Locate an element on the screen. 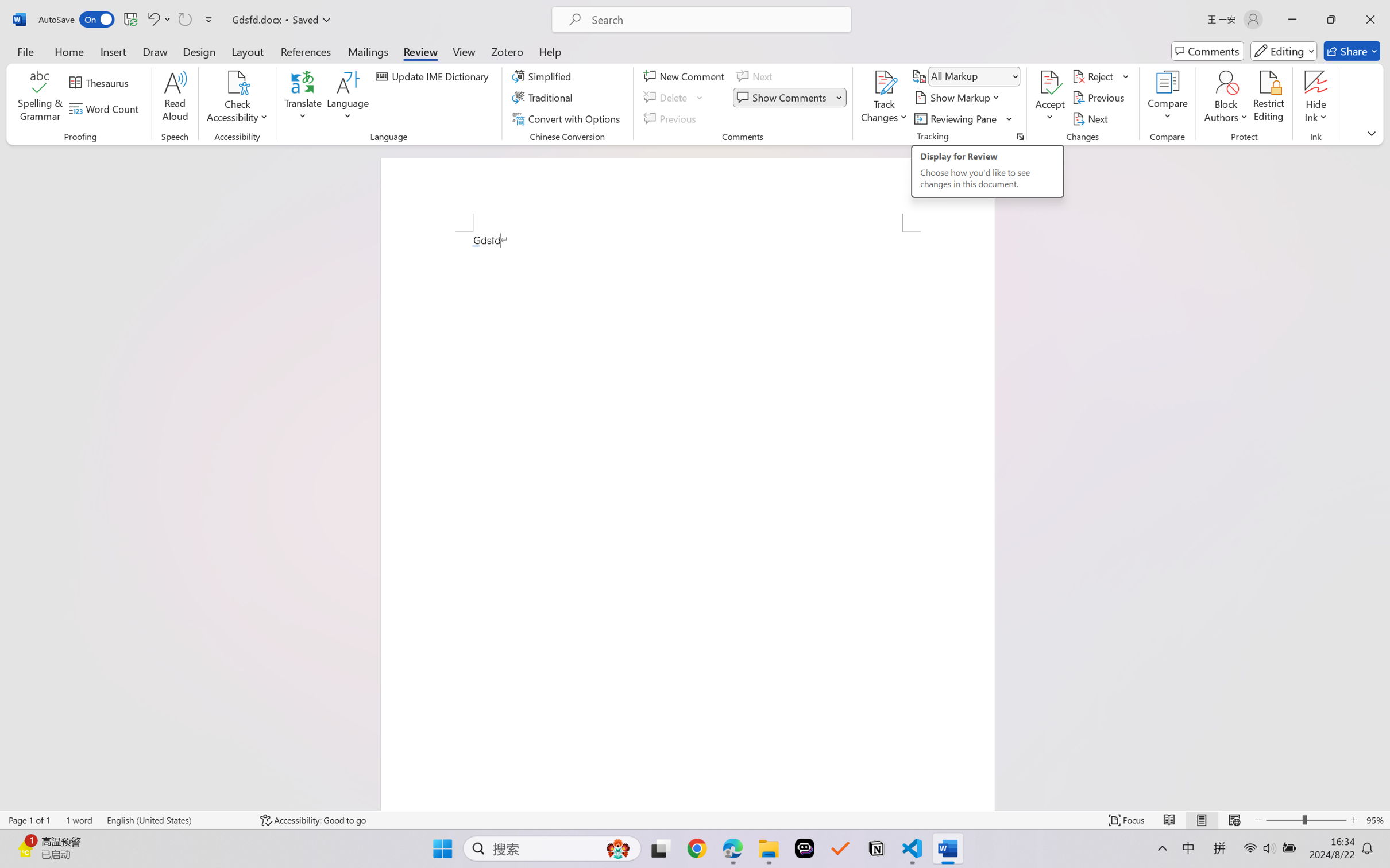 This screenshot has width=1390, height=868. 'Restrict Editing' is located at coordinates (1268, 98).